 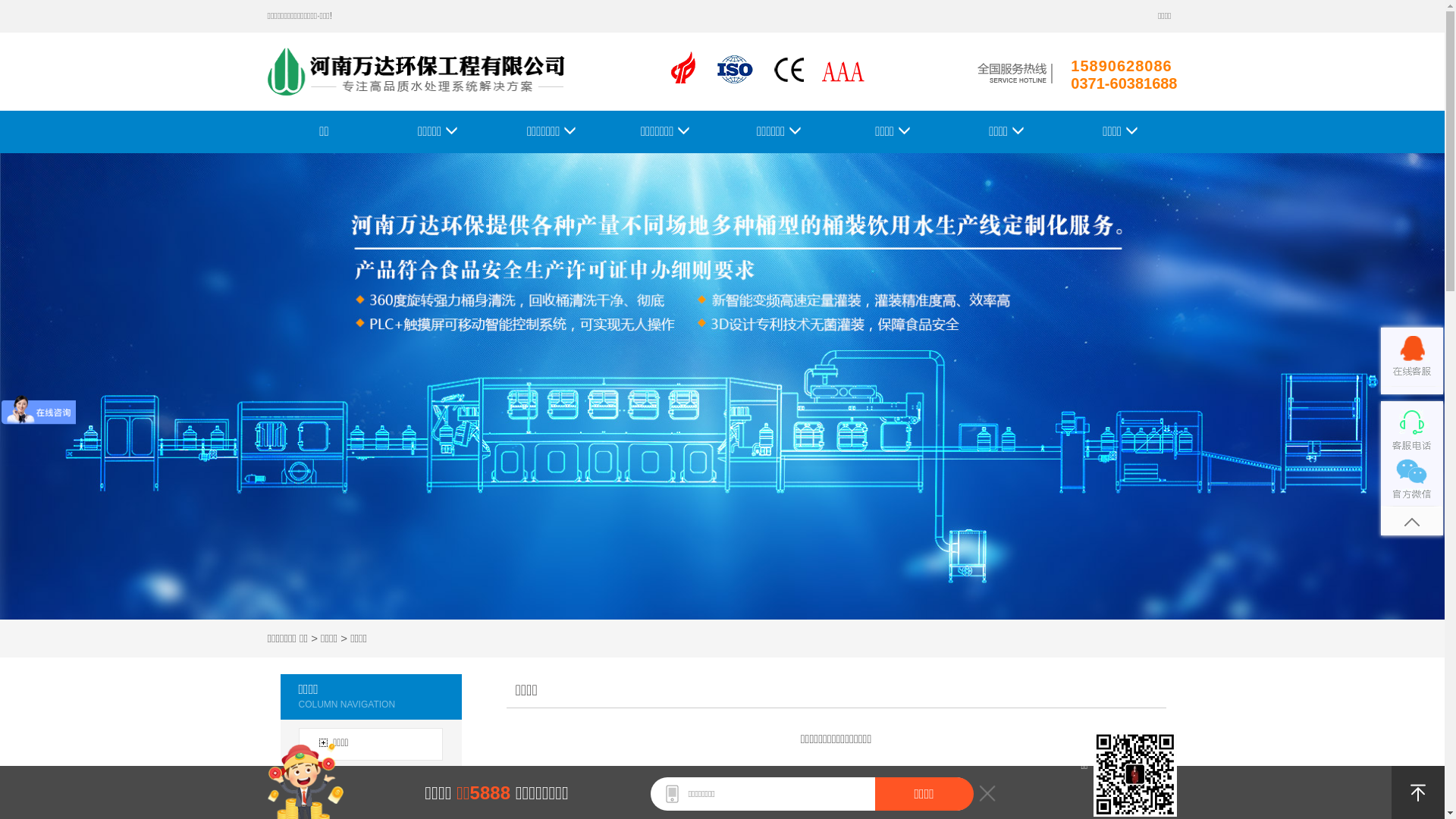 I want to click on '   ', so click(x=850, y=774).